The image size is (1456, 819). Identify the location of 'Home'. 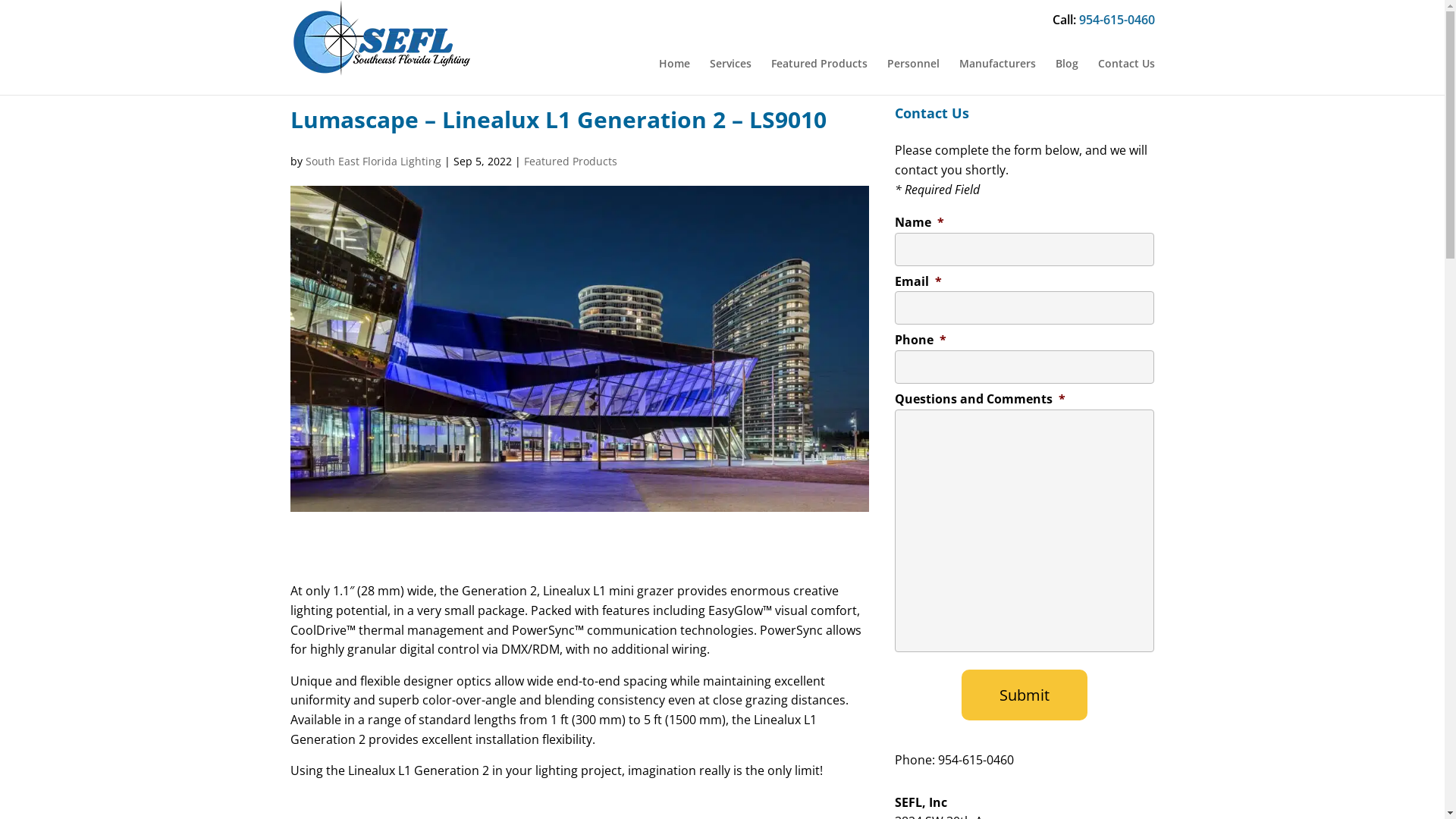
(673, 63).